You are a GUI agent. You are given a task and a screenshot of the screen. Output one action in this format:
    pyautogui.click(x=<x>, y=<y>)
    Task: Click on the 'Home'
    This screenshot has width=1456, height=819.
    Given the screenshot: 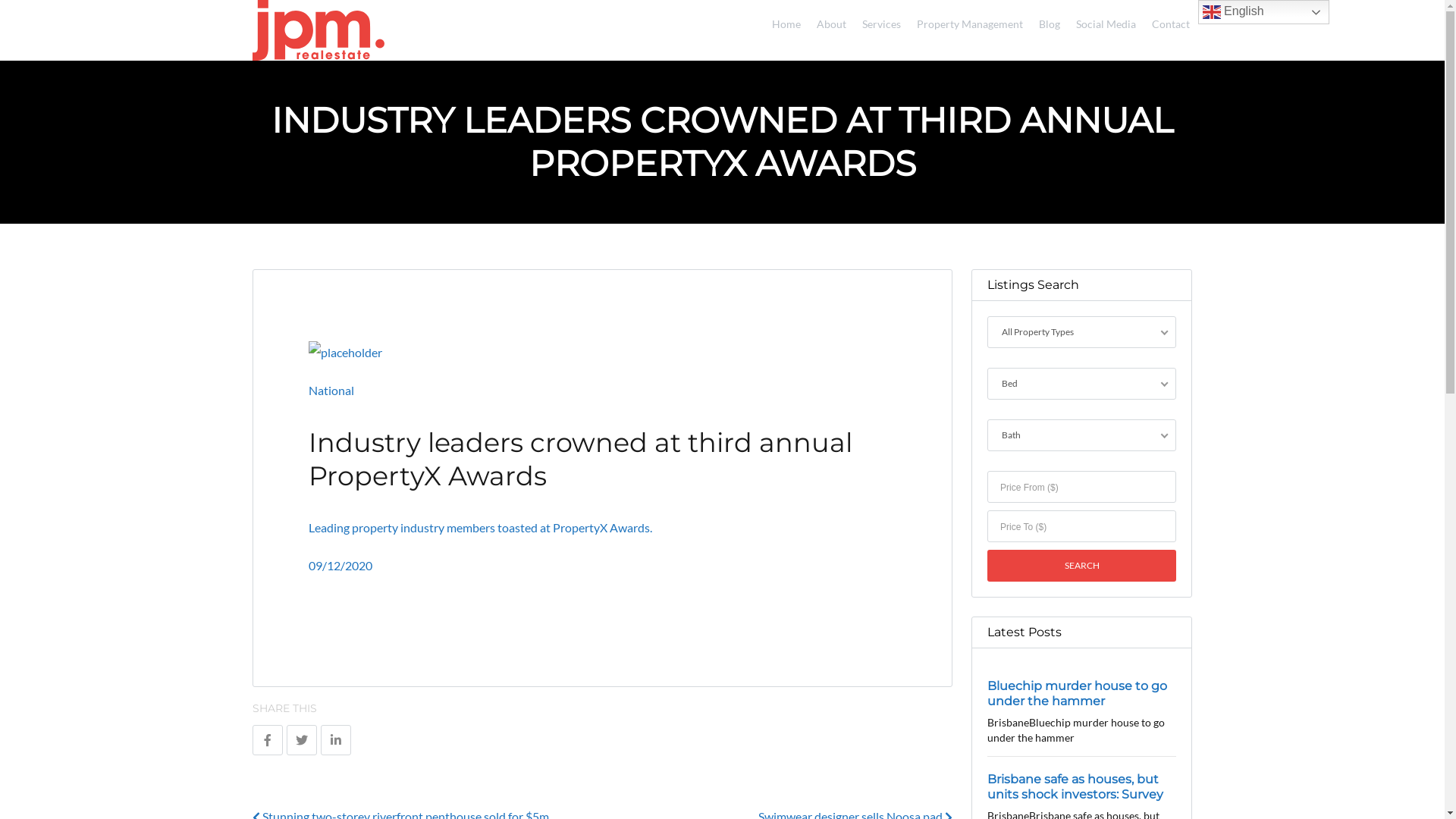 What is the action you would take?
    pyautogui.click(x=782, y=20)
    